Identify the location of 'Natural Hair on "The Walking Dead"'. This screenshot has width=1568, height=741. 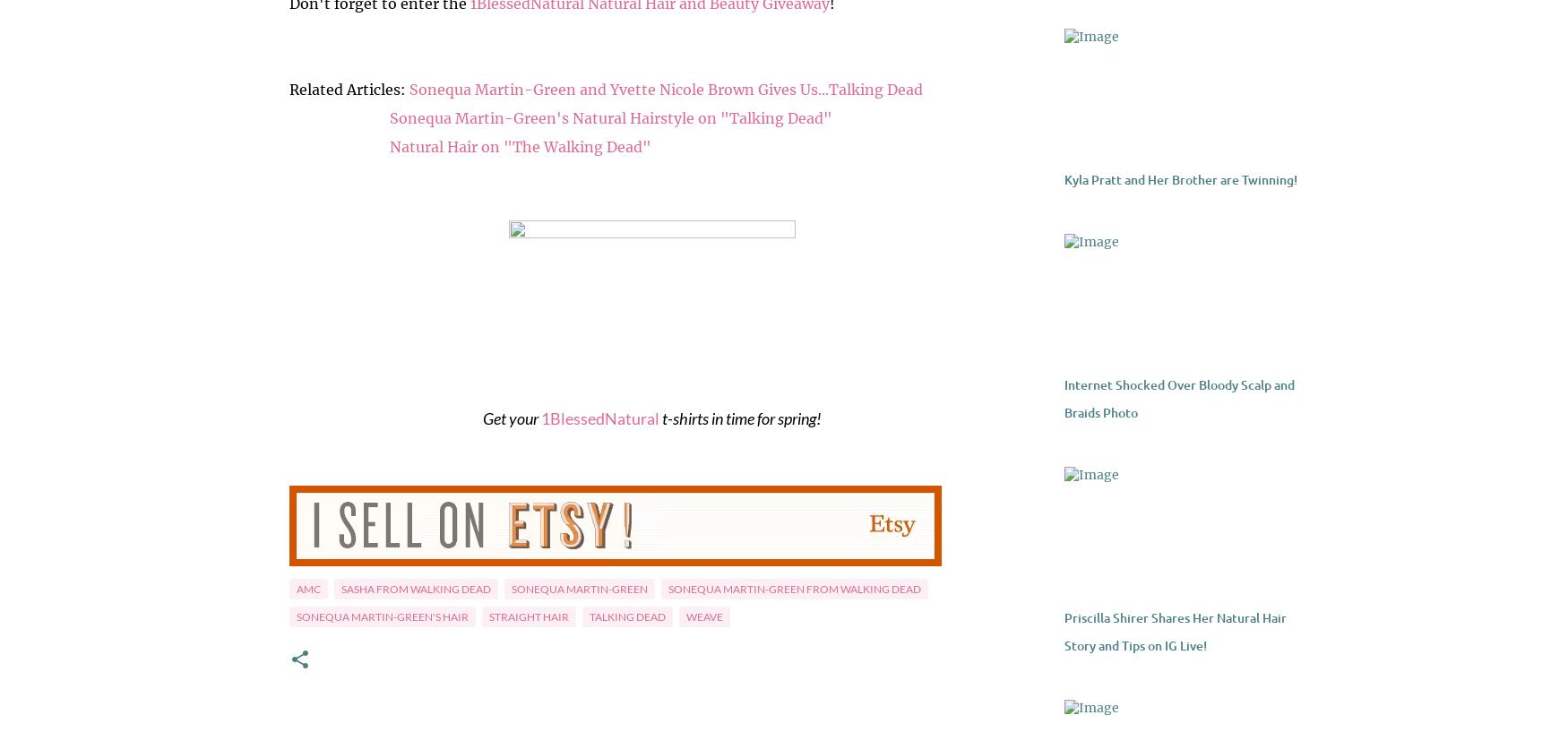
(519, 145).